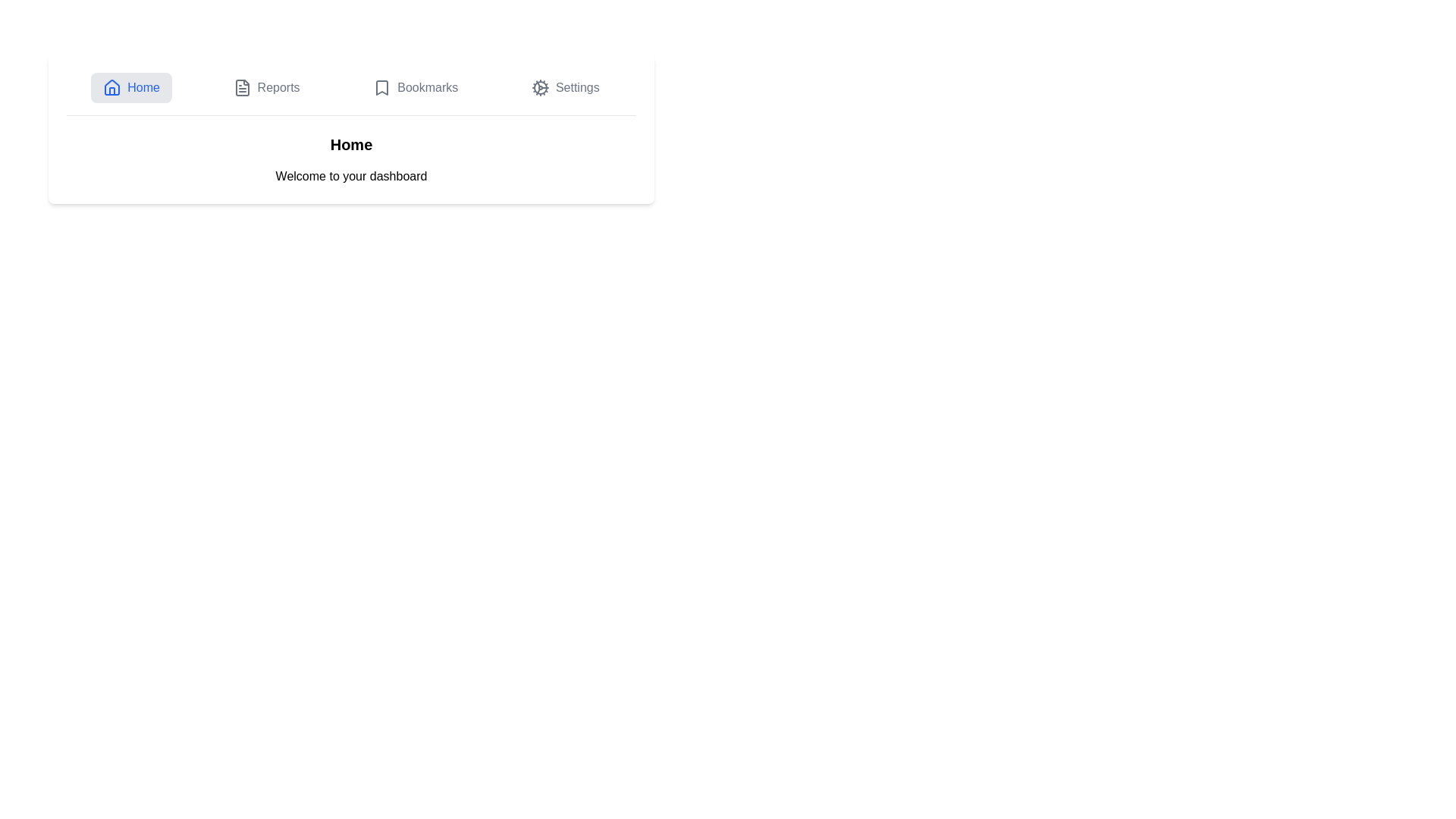  Describe the element at coordinates (350, 175) in the screenshot. I see `the static text display that provides a welcoming message, located directly underneath the 'Home' text on the dashboard view` at that location.